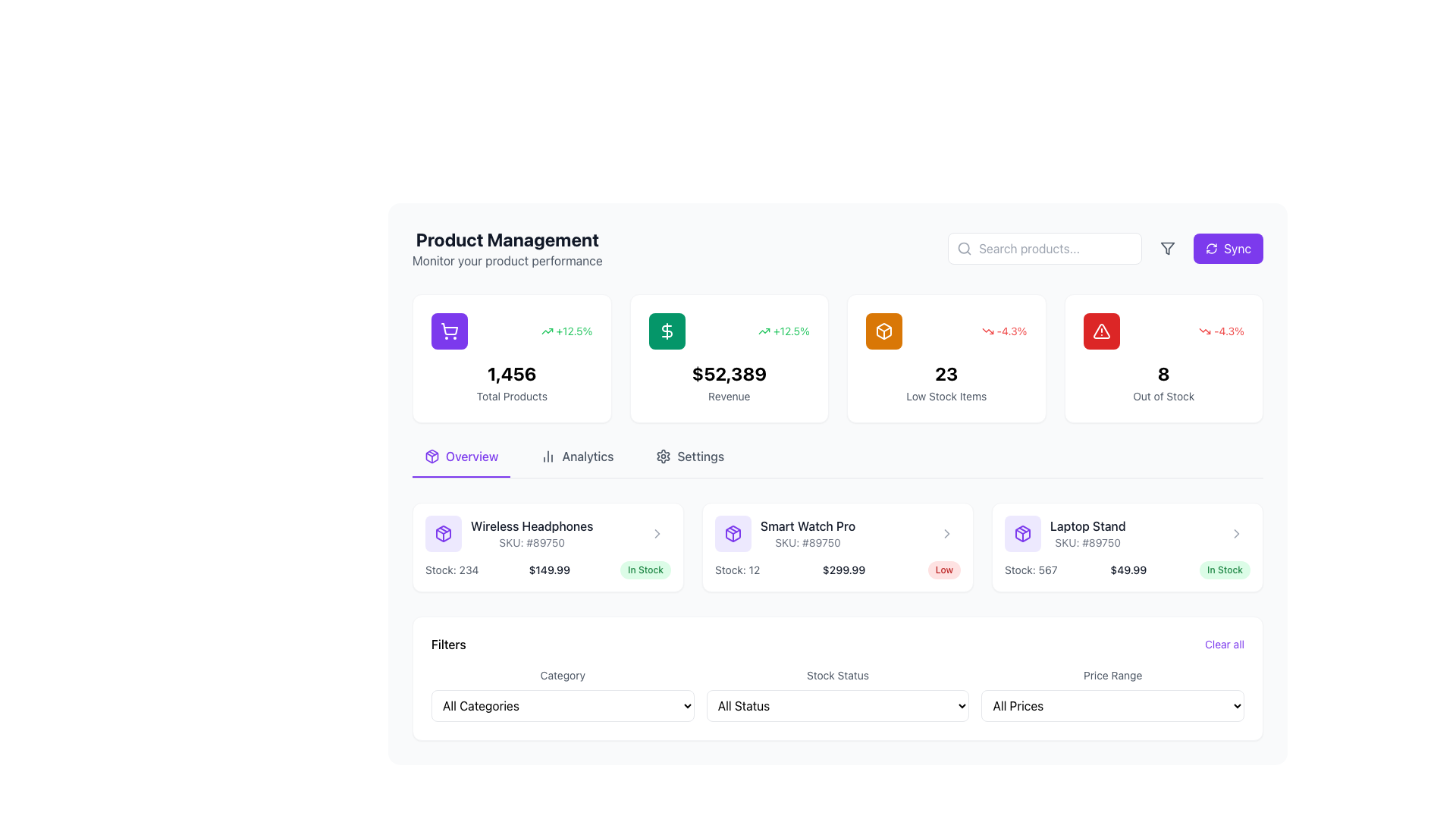 The image size is (1456, 819). I want to click on the rightward-pointing chevron icon button located at the top-right corner of the 'Wireless Headphones SKU: #89750' product card, so click(657, 533).